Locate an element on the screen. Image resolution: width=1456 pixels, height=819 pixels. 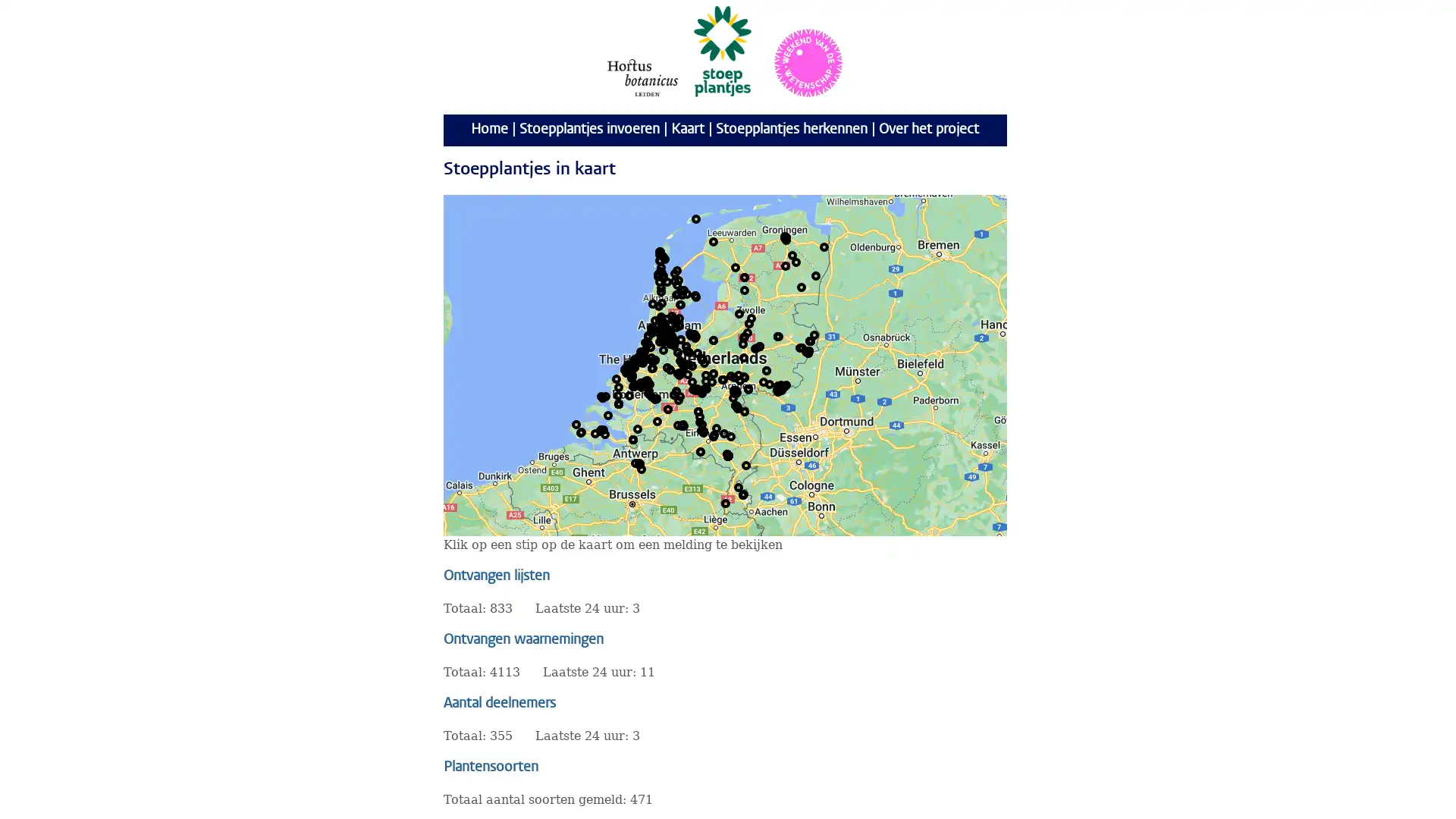
Telling van P op 19 oktober 2021 is located at coordinates (663, 332).